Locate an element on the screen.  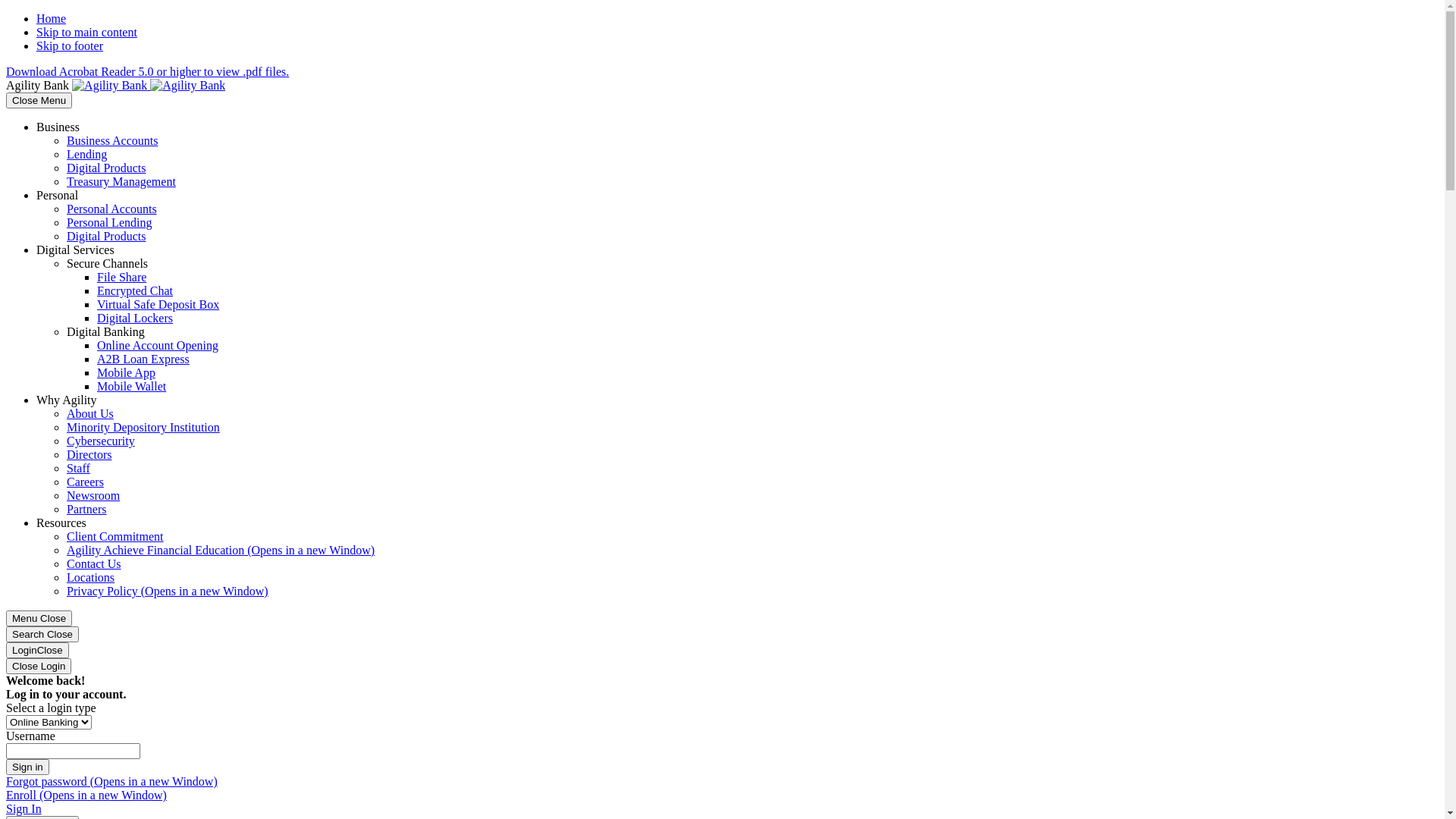
'File Share' is located at coordinates (121, 277).